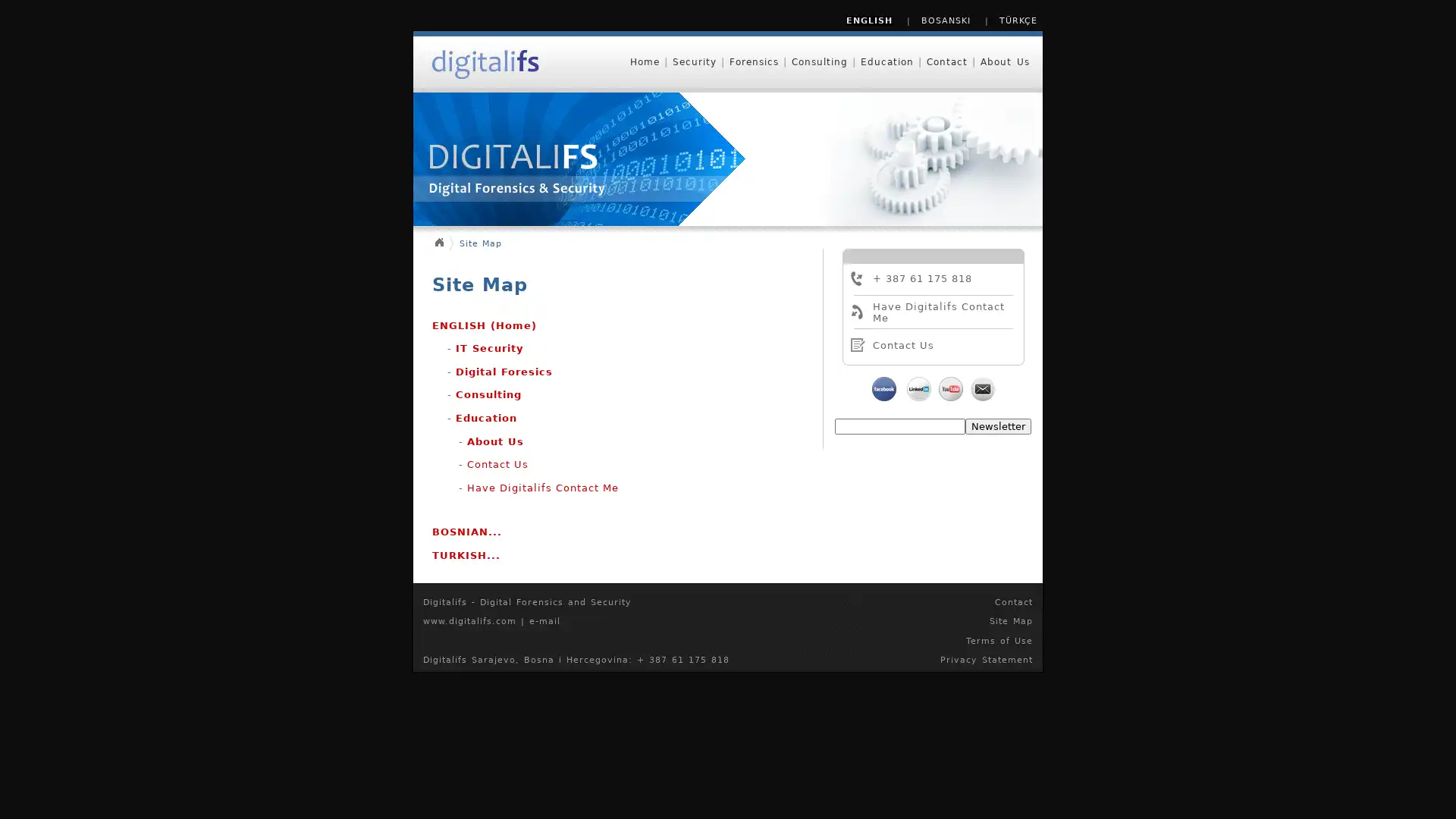 This screenshot has height=819, width=1456. Describe the element at coordinates (997, 425) in the screenshot. I see `Newsletter` at that location.